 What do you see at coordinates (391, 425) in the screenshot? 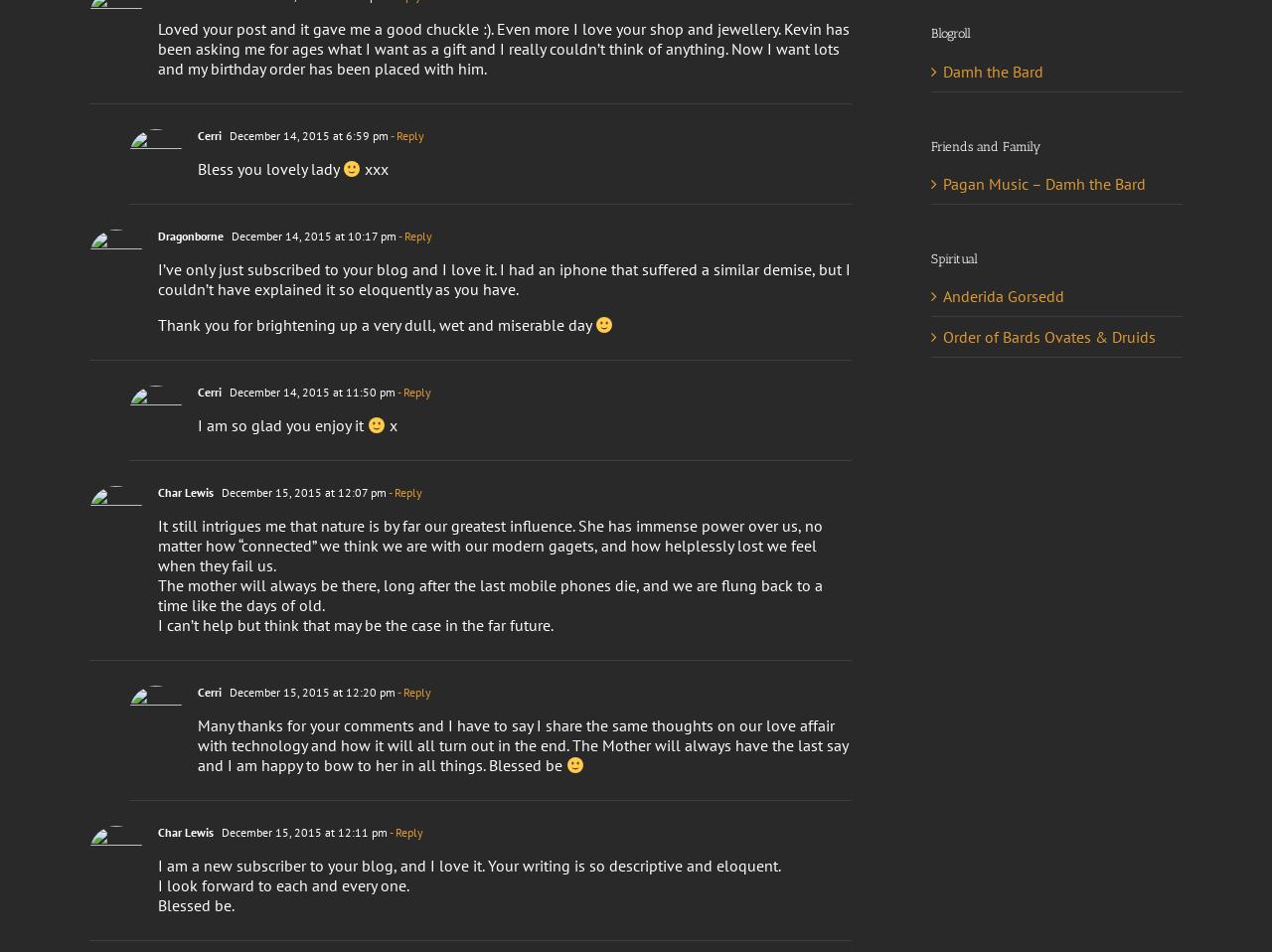
I see `'x'` at bounding box center [391, 425].